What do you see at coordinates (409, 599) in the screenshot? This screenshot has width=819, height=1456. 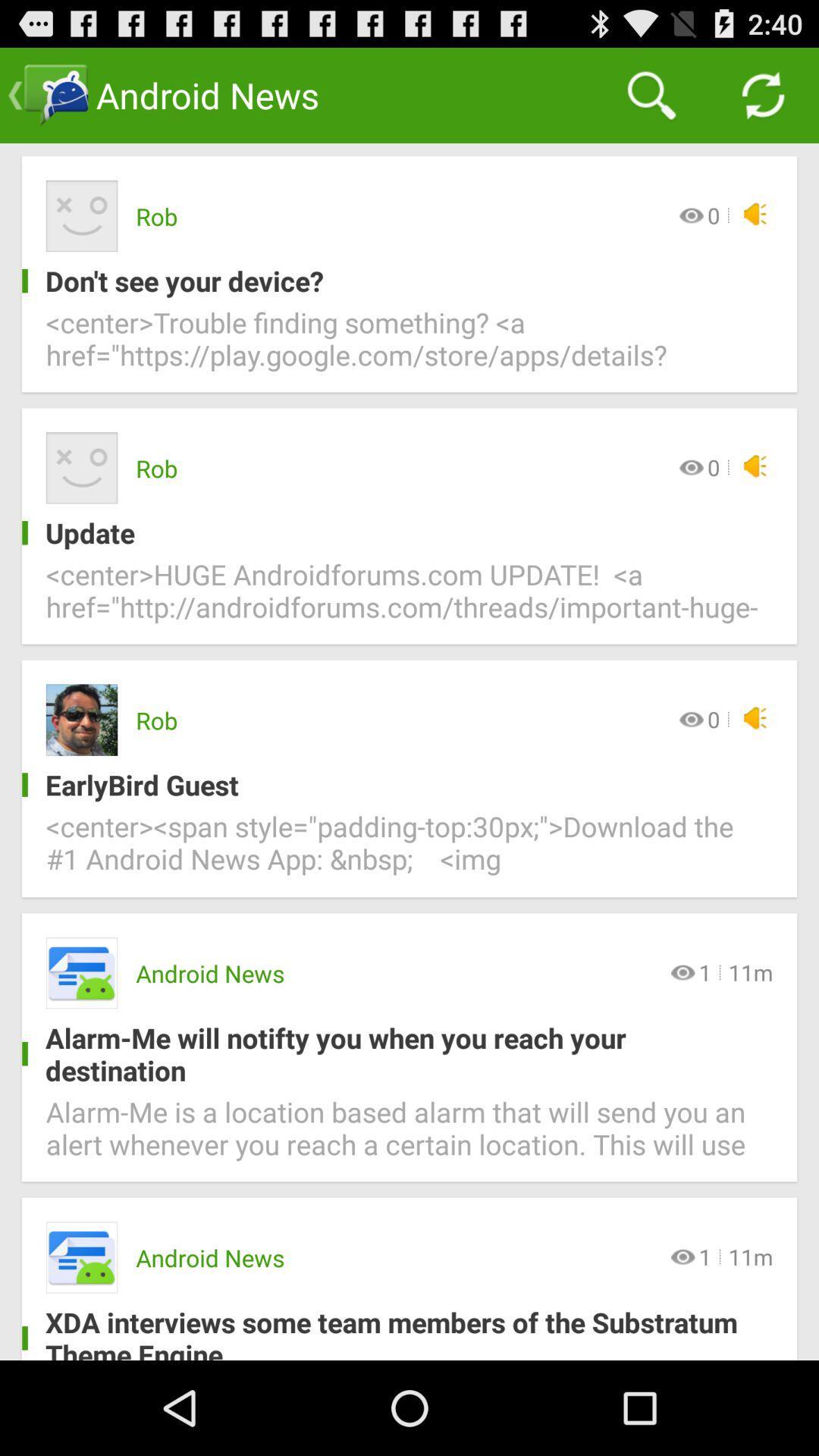 I see `the center huge androidforums item` at bounding box center [409, 599].